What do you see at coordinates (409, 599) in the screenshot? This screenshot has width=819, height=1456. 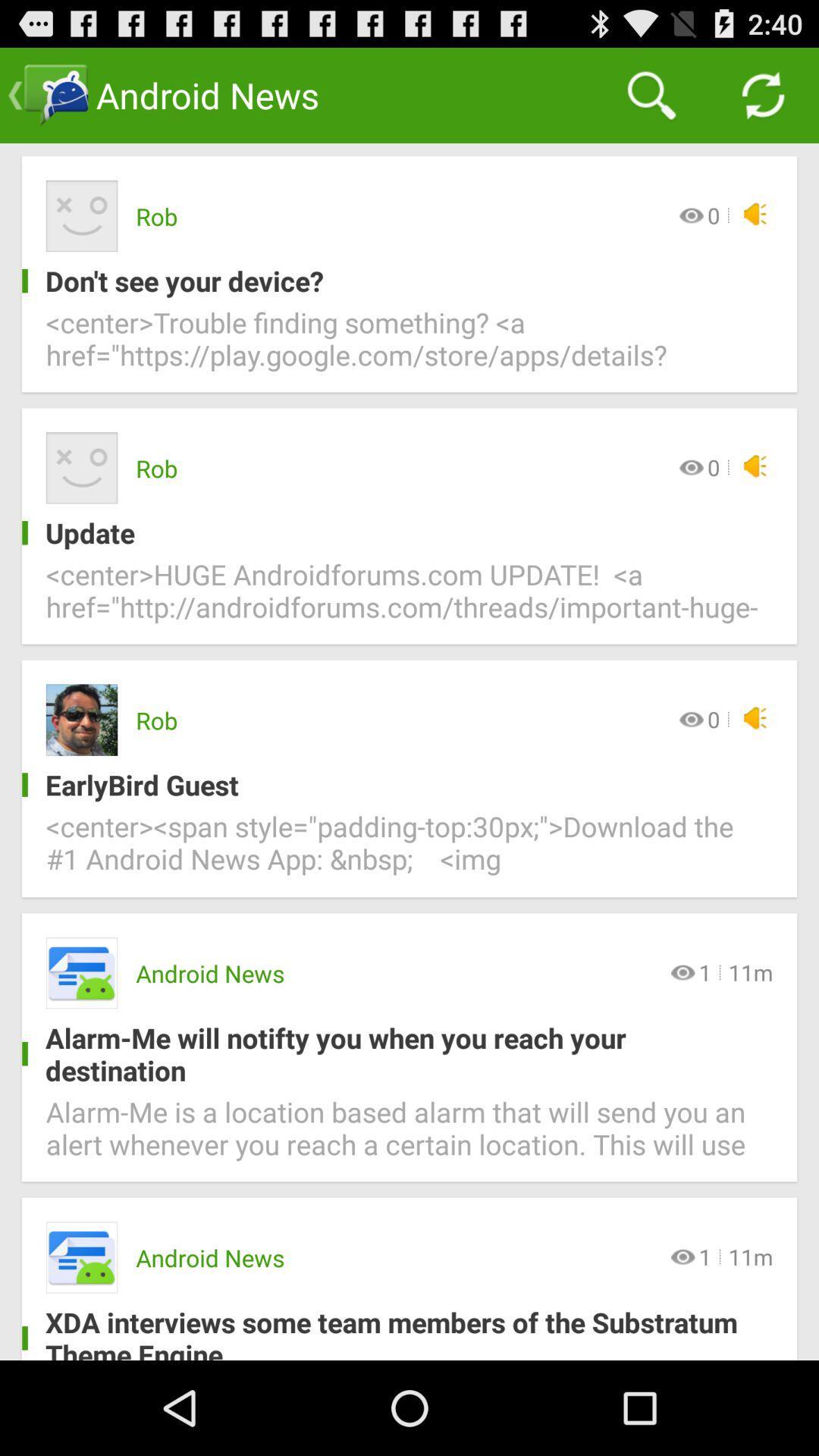 I see `the center huge androidforums item` at bounding box center [409, 599].